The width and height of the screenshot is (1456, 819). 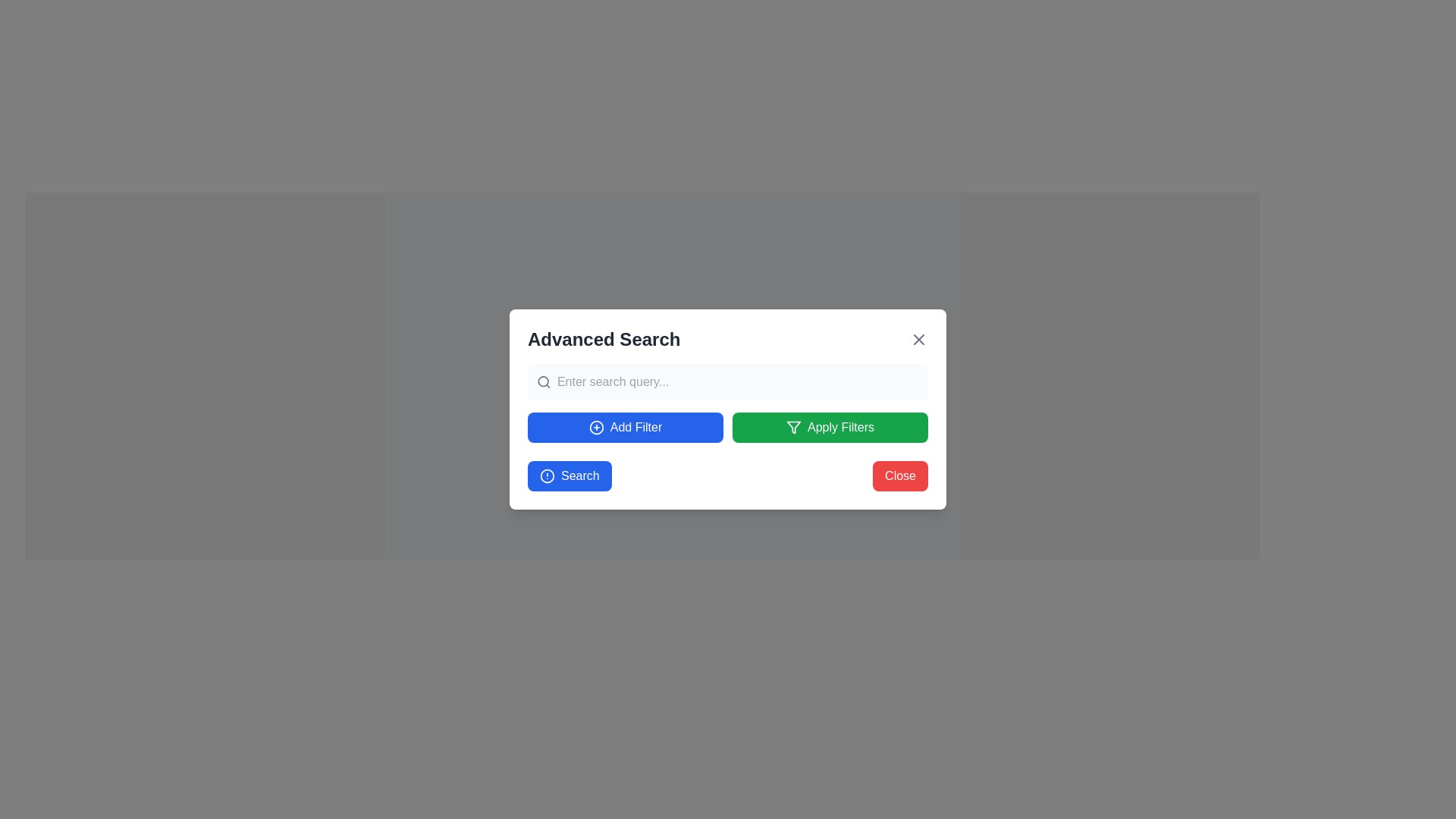 What do you see at coordinates (544, 381) in the screenshot?
I see `the search icon located to the left of the search input field below the 'Advanced Search' title to invoke a search action or focus on the input field` at bounding box center [544, 381].